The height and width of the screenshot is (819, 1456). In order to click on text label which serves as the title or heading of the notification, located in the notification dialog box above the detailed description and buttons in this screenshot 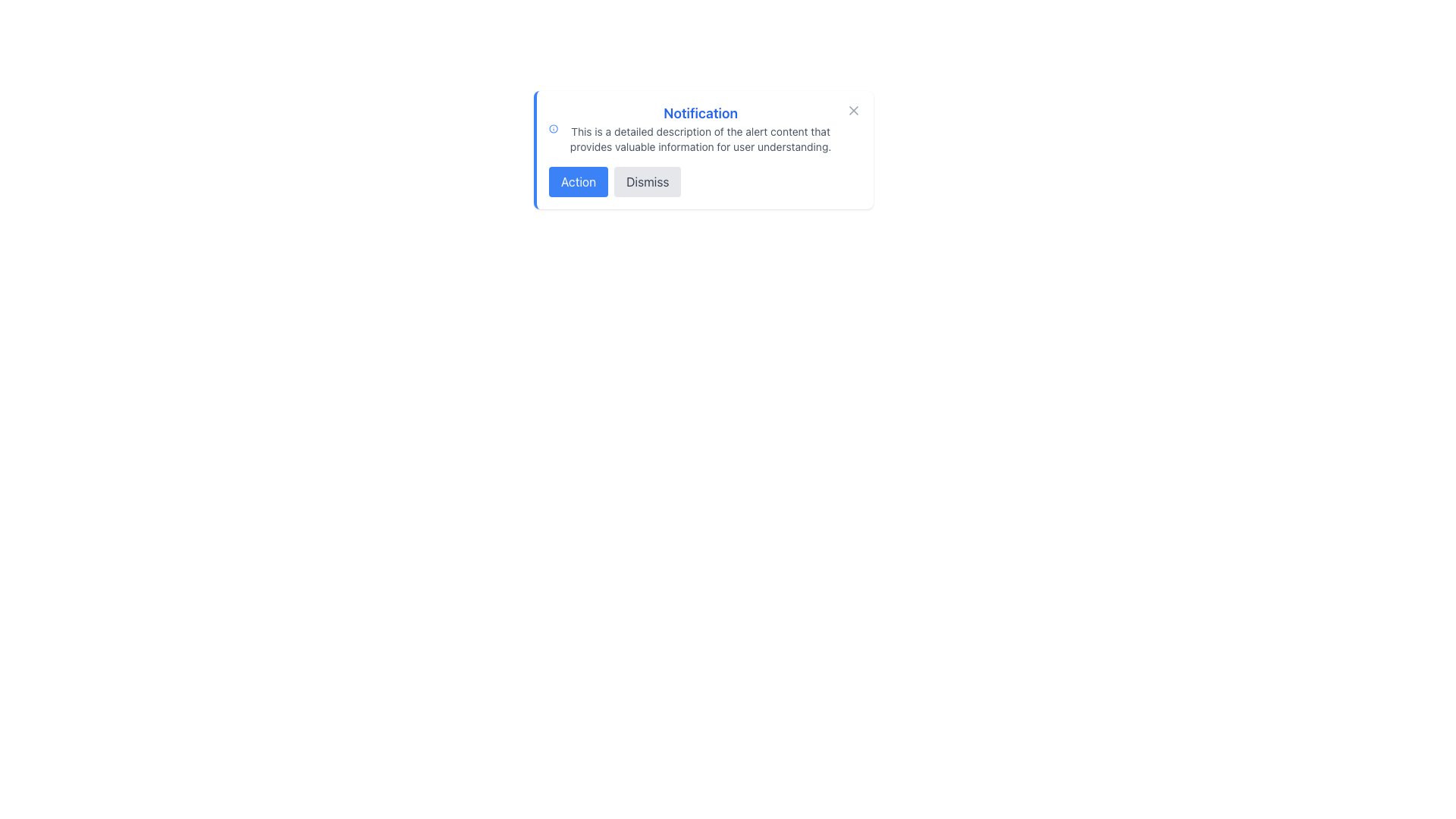, I will do `click(700, 113)`.